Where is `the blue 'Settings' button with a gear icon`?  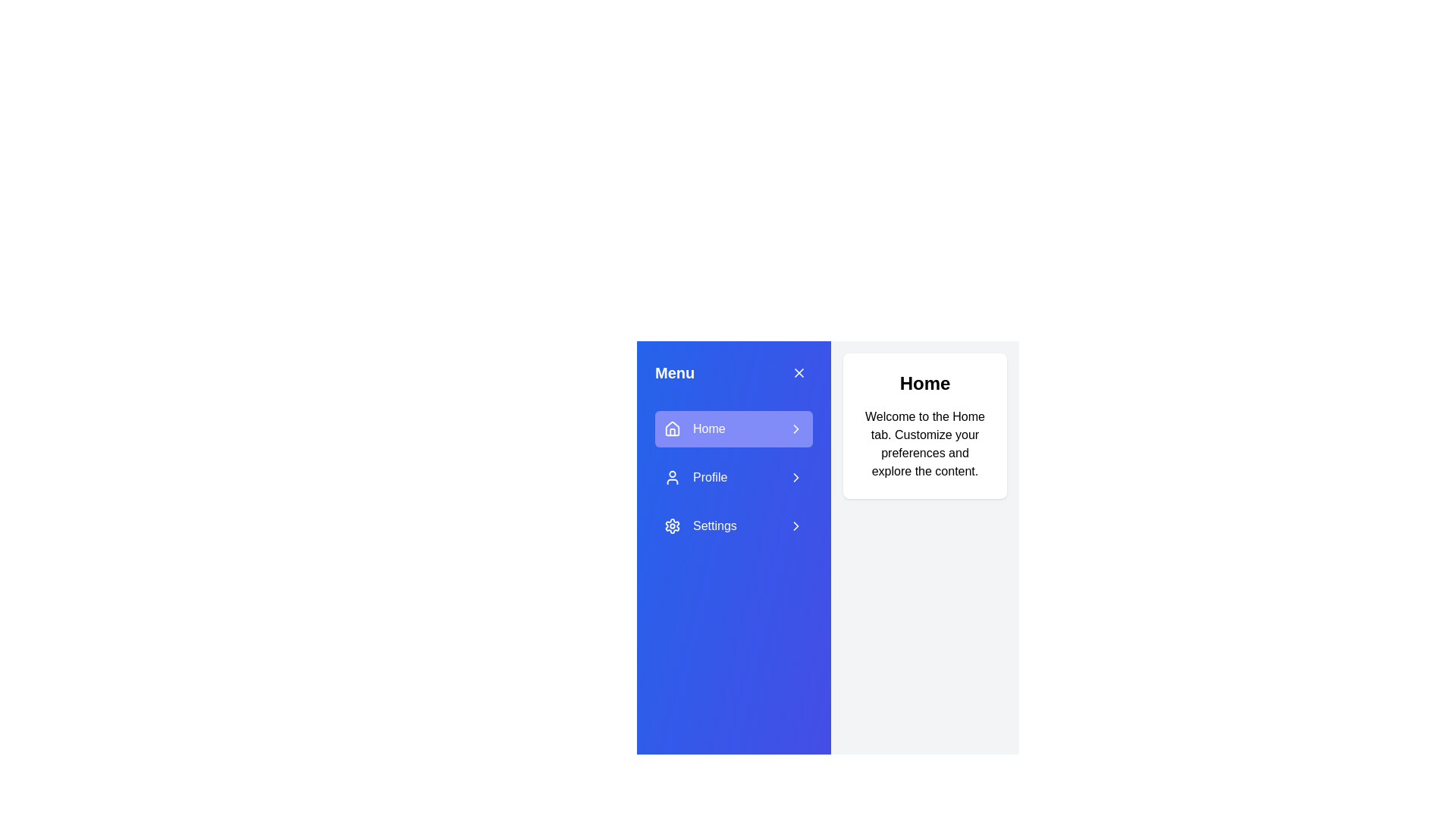
the blue 'Settings' button with a gear icon is located at coordinates (734, 526).